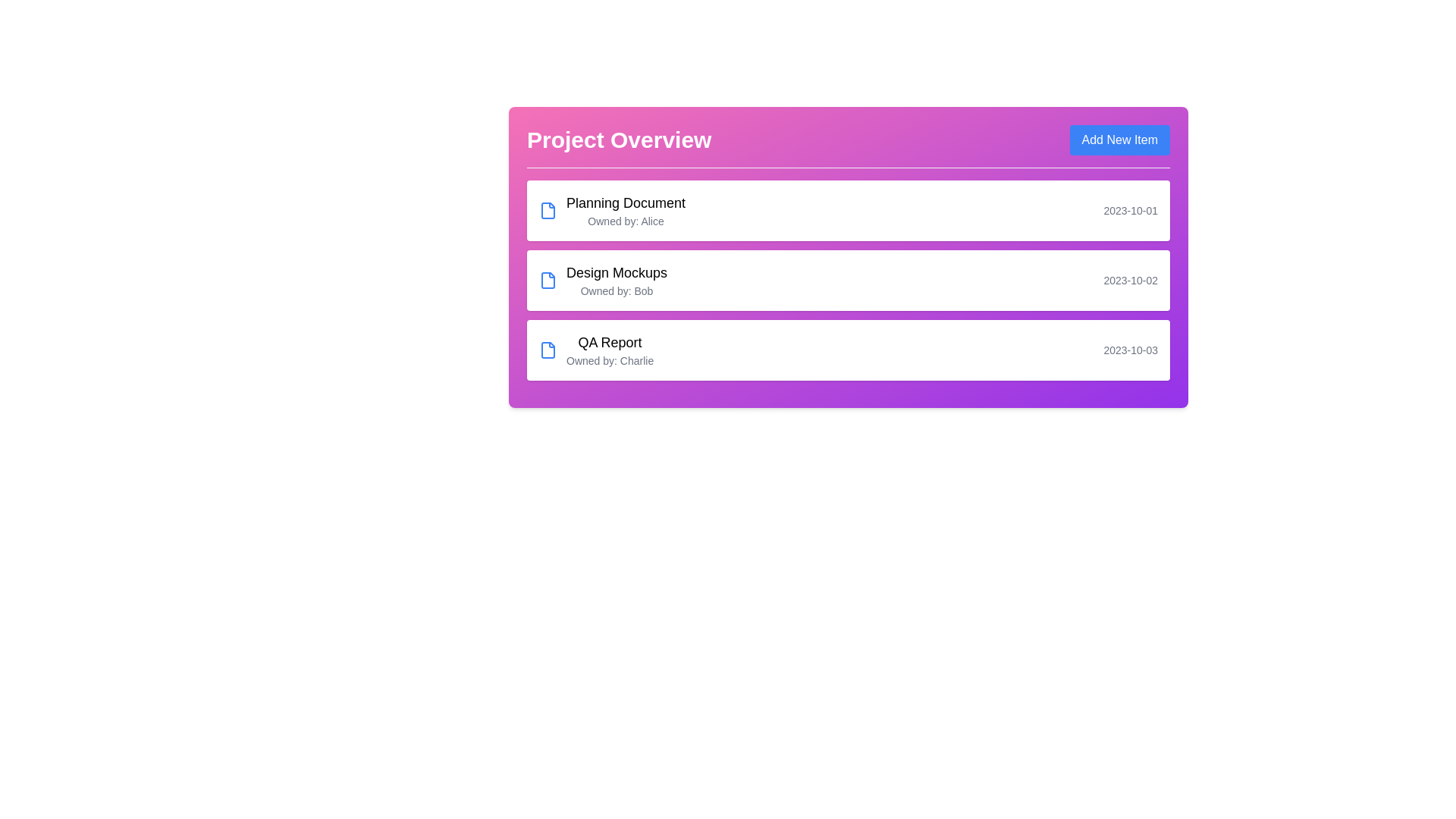 Image resolution: width=1456 pixels, height=819 pixels. What do you see at coordinates (1131, 350) in the screenshot?
I see `the text label indicating the date for the 'QA Report' located in the bottom-right corner of the card, aligned with 'Owned by: Charlie.'` at bounding box center [1131, 350].